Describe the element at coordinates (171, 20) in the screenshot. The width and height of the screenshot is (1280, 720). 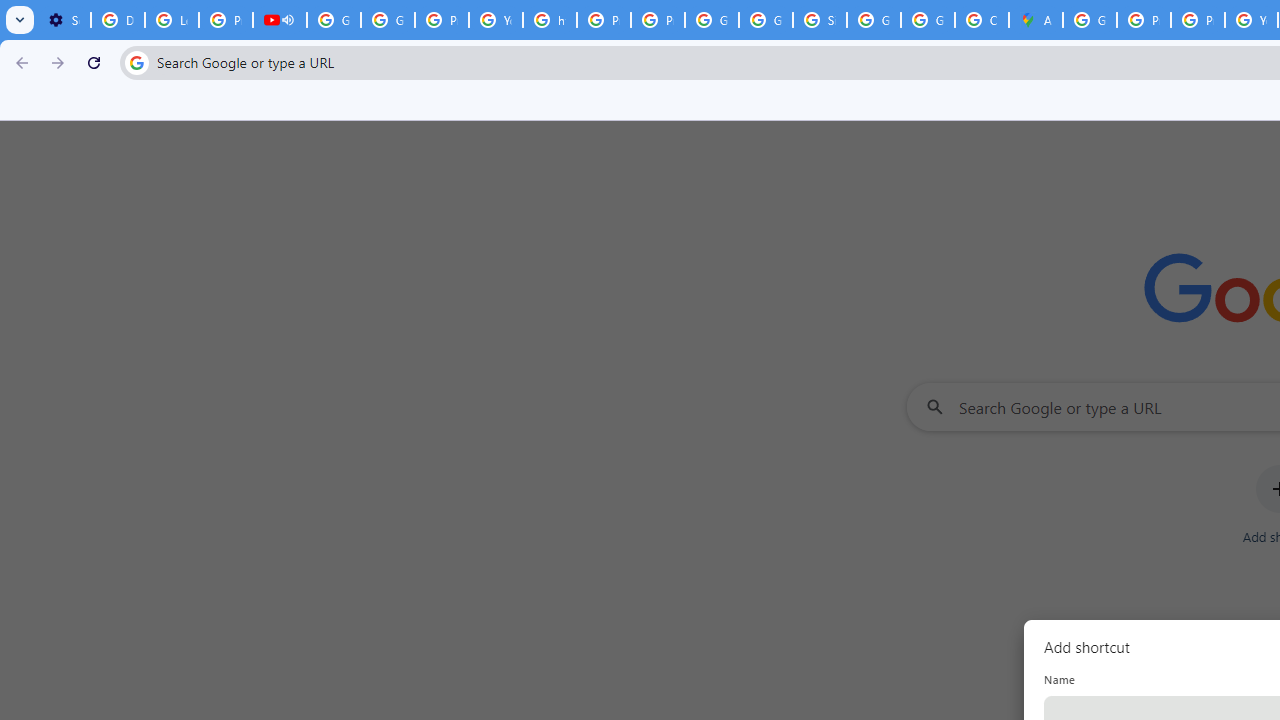
I see `'Learn how to find your photos - Google Photos Help'` at that location.